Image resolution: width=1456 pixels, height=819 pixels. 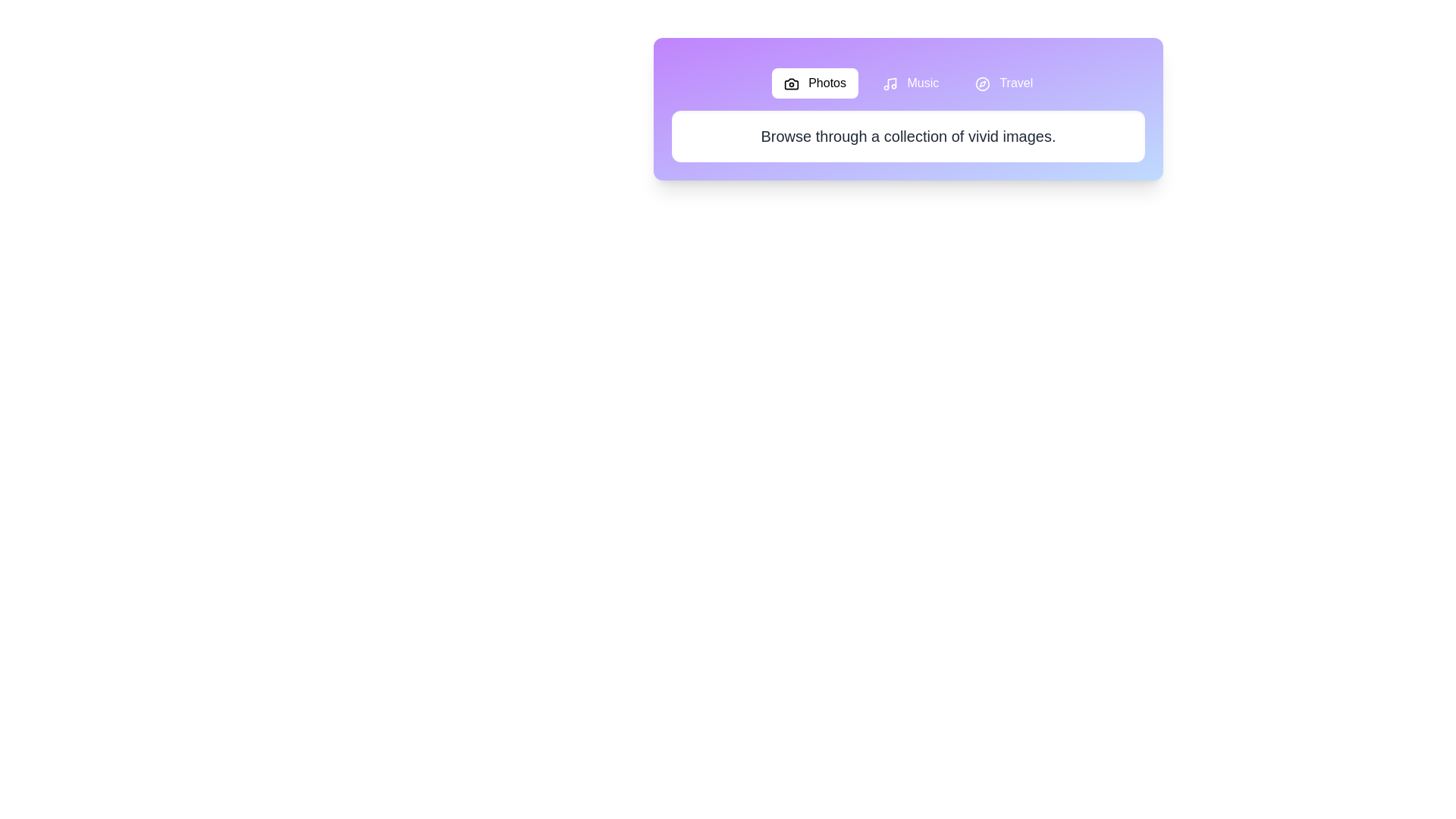 What do you see at coordinates (1004, 83) in the screenshot?
I see `the tab labeled Travel` at bounding box center [1004, 83].